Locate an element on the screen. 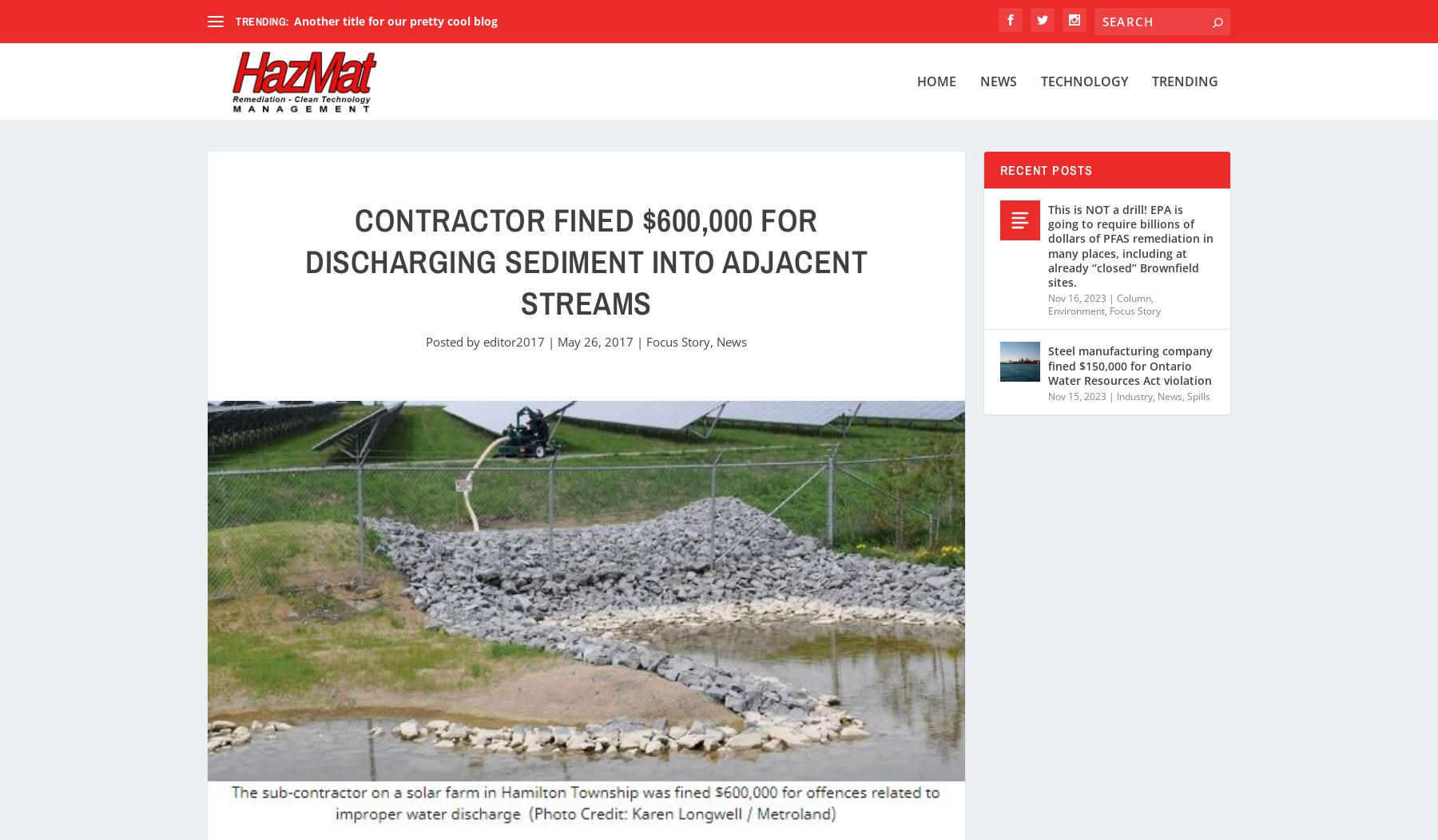  'Recent Posts' is located at coordinates (1047, 170).